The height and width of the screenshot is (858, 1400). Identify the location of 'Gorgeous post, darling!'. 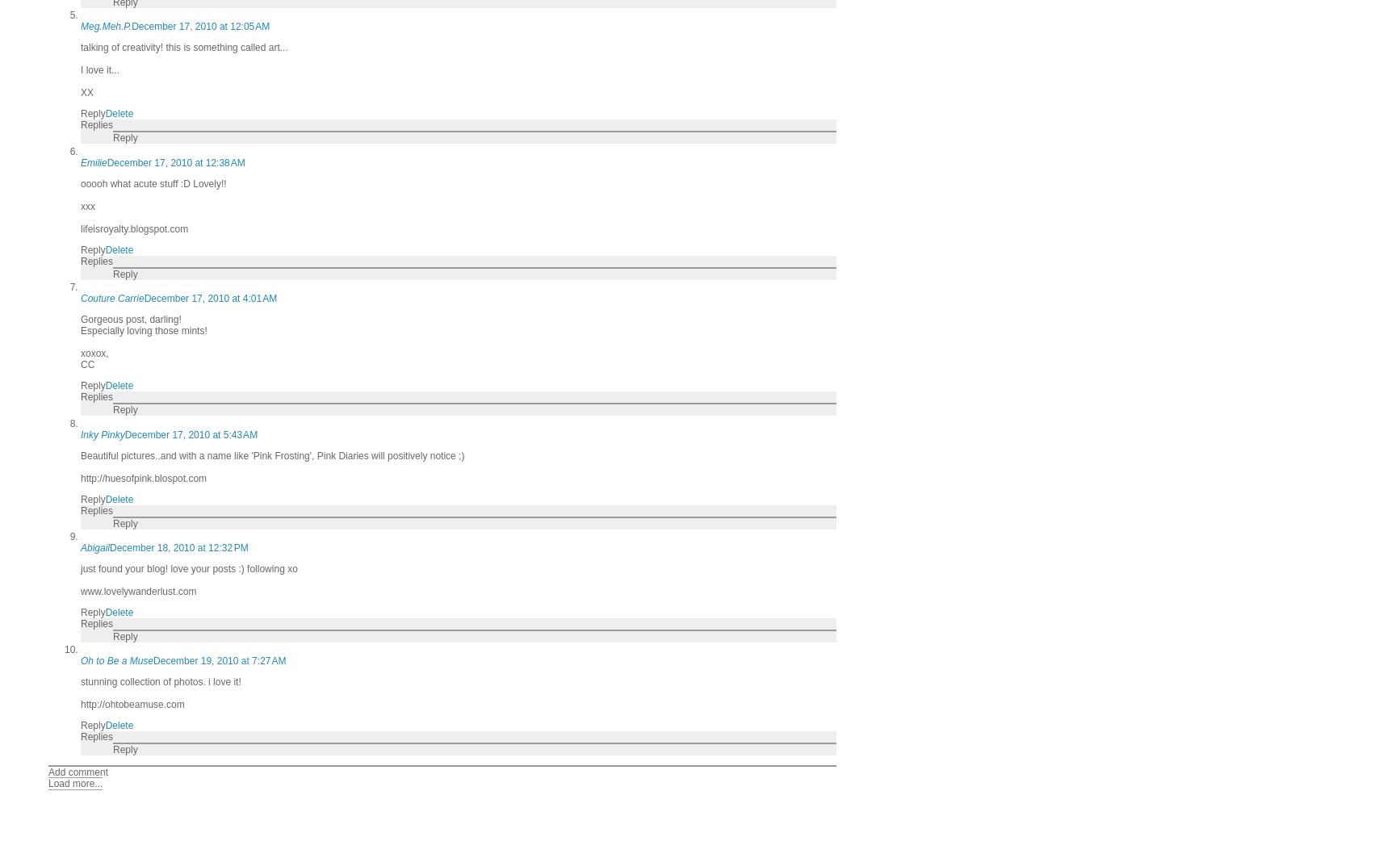
(81, 319).